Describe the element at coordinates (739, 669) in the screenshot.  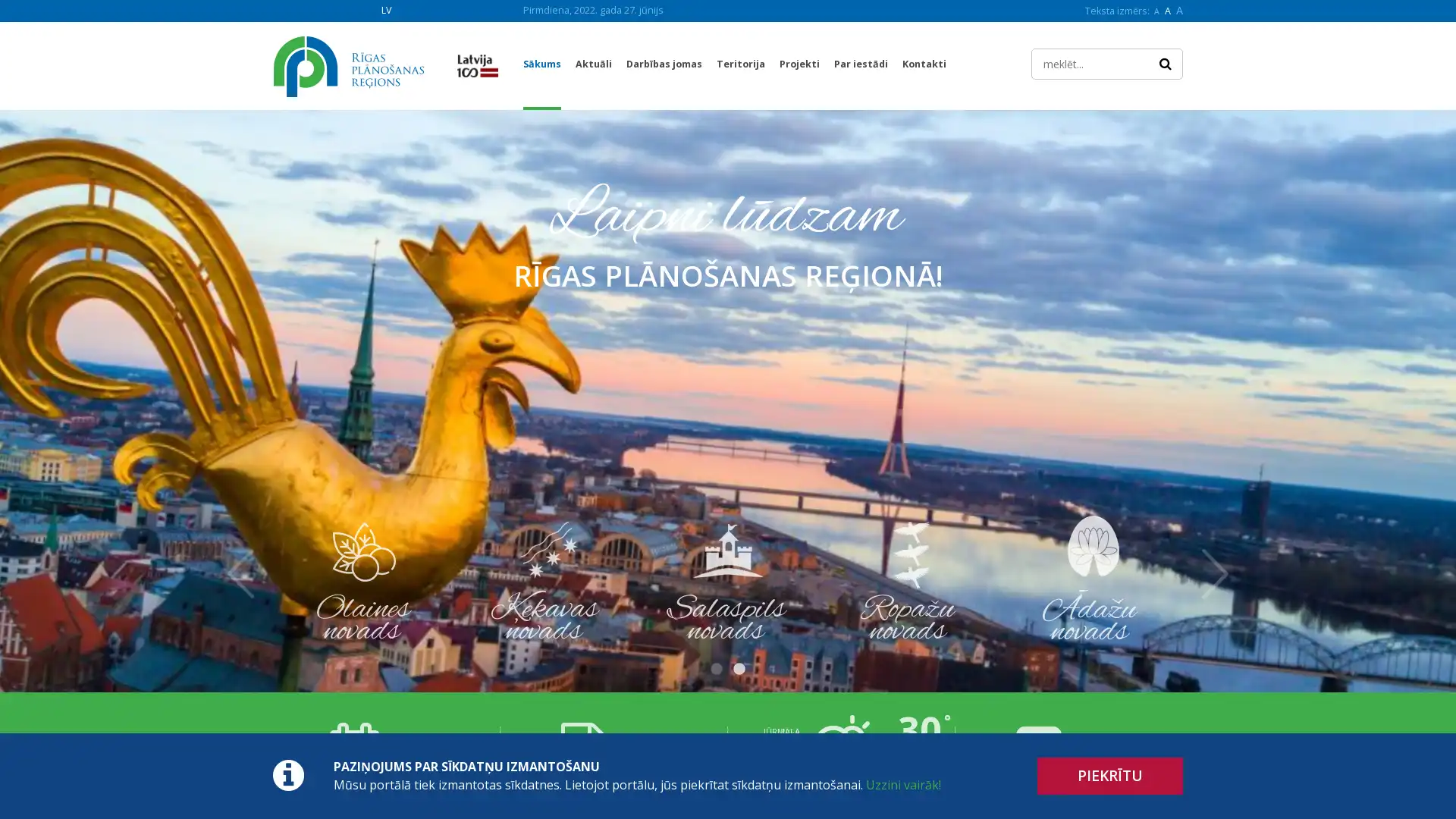
I see `2` at that location.